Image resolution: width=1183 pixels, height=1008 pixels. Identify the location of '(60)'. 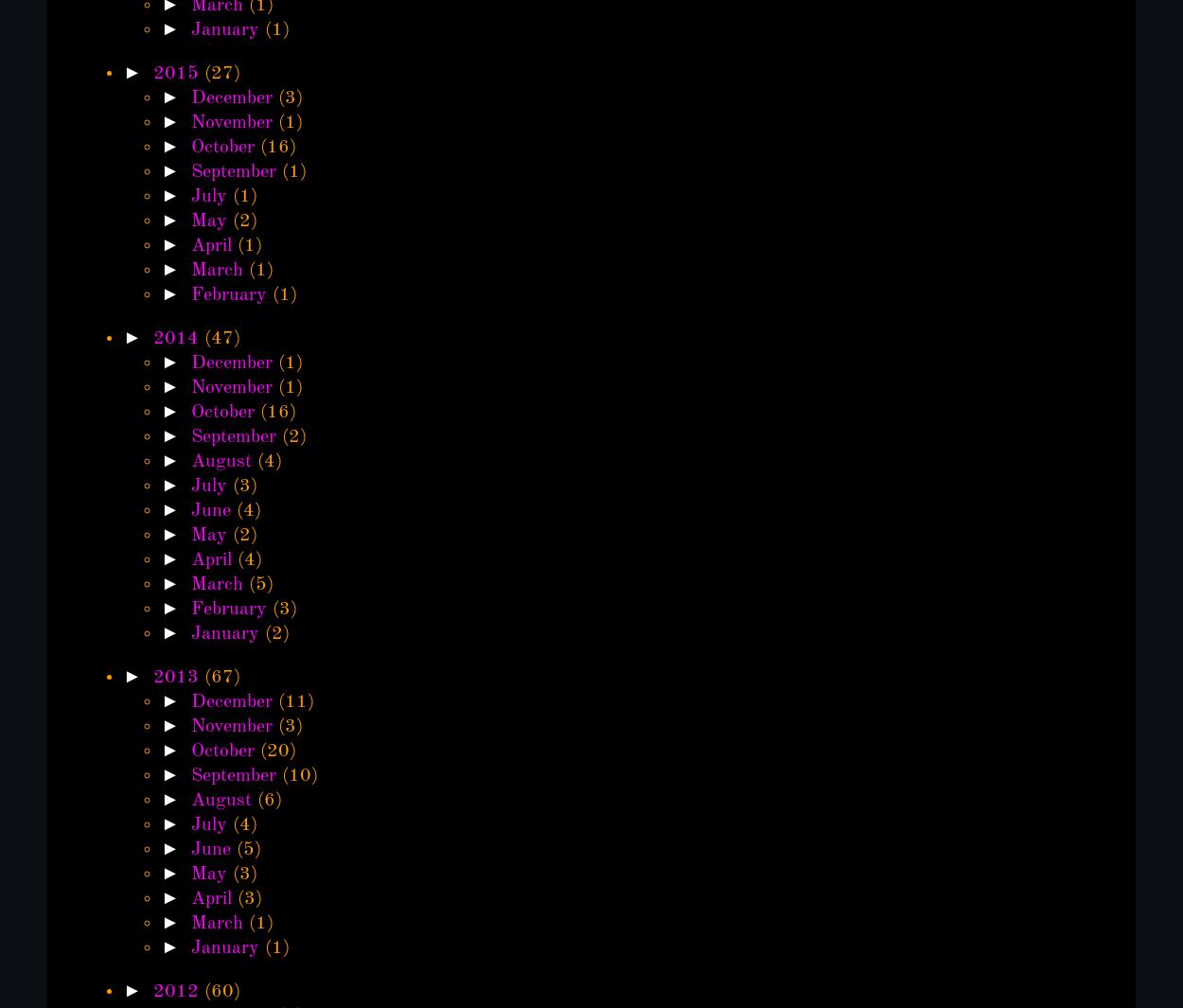
(221, 991).